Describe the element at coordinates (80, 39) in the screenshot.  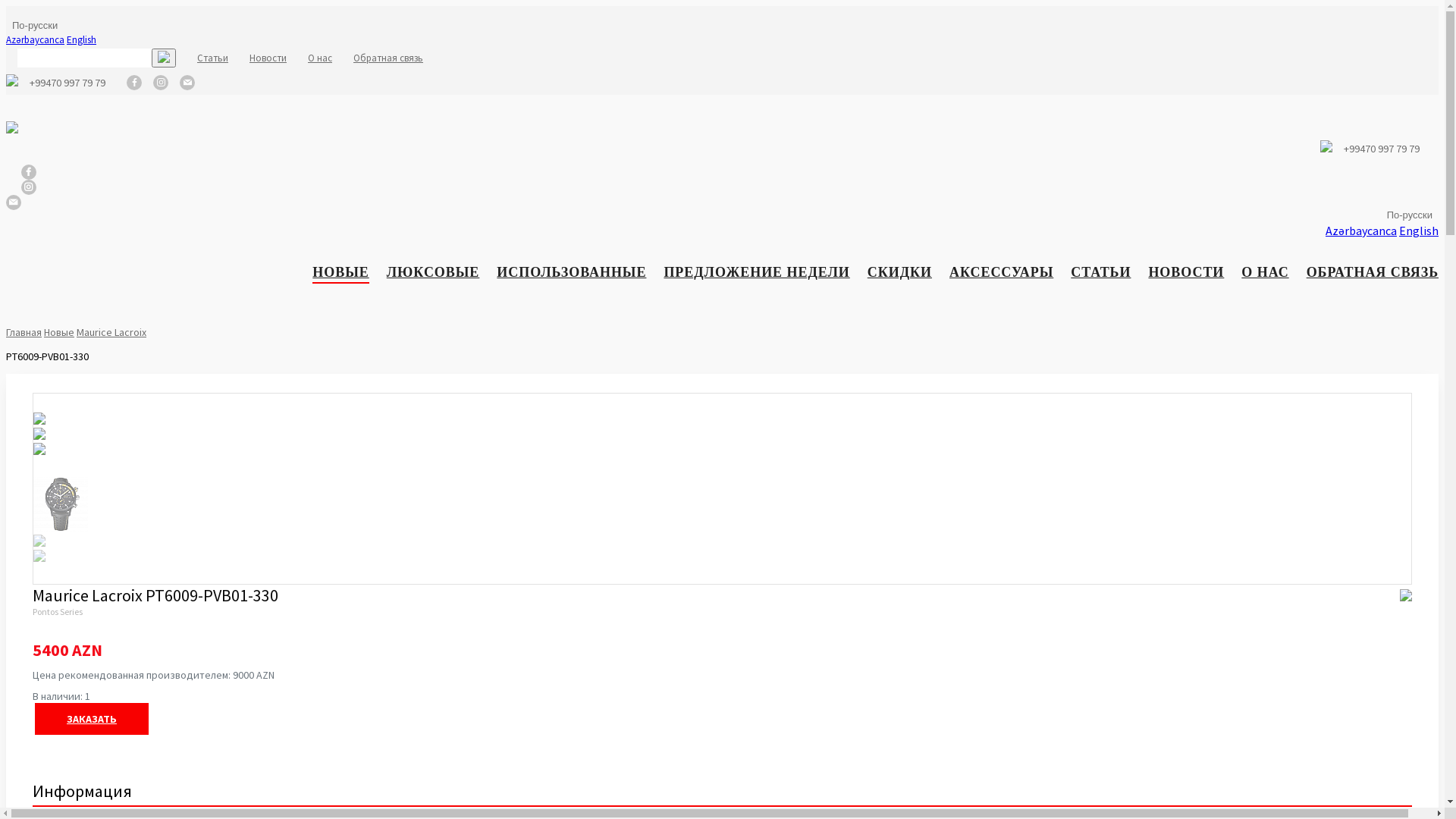
I see `'English'` at that location.